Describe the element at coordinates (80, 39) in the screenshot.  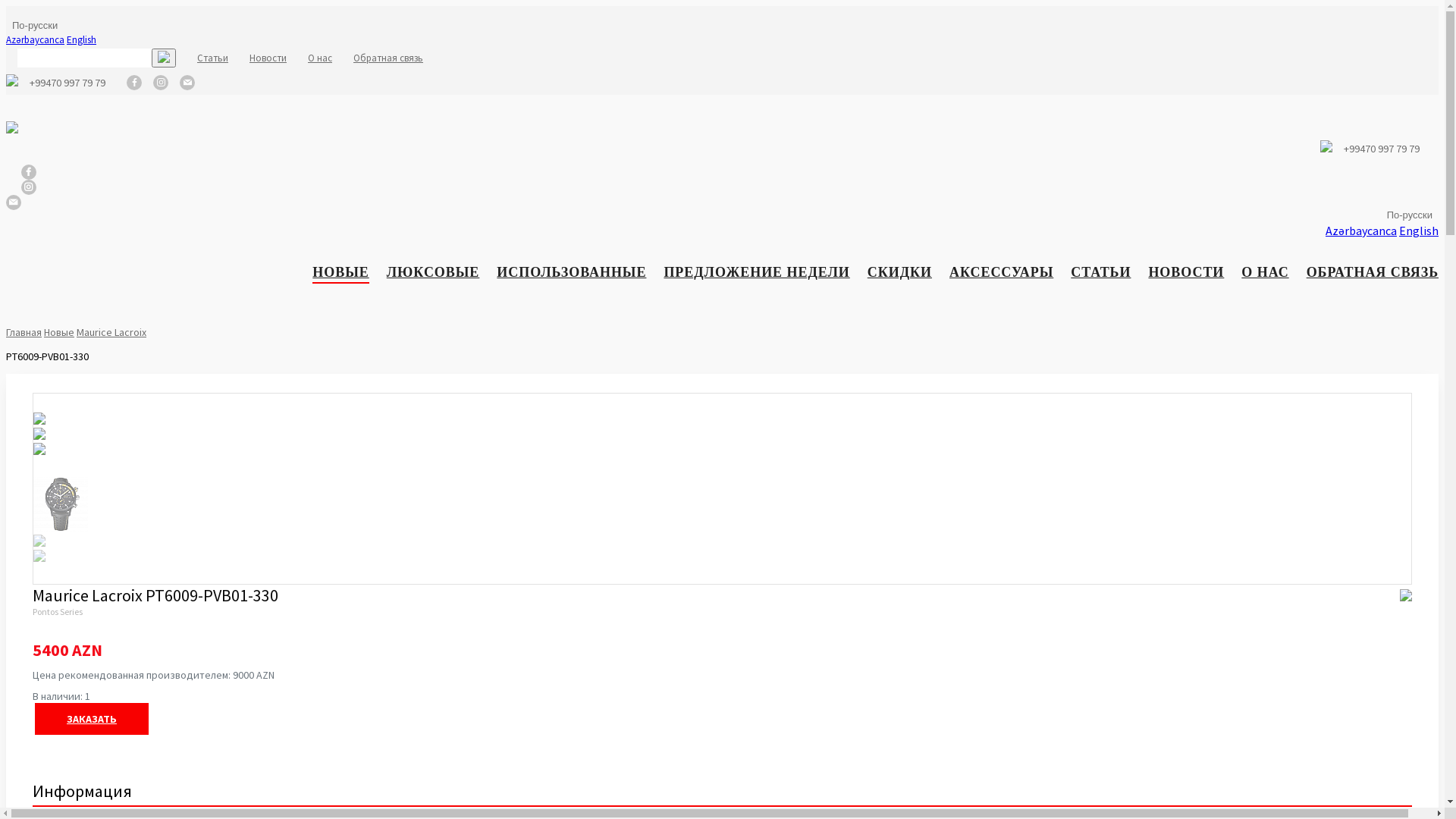
I see `'English'` at that location.